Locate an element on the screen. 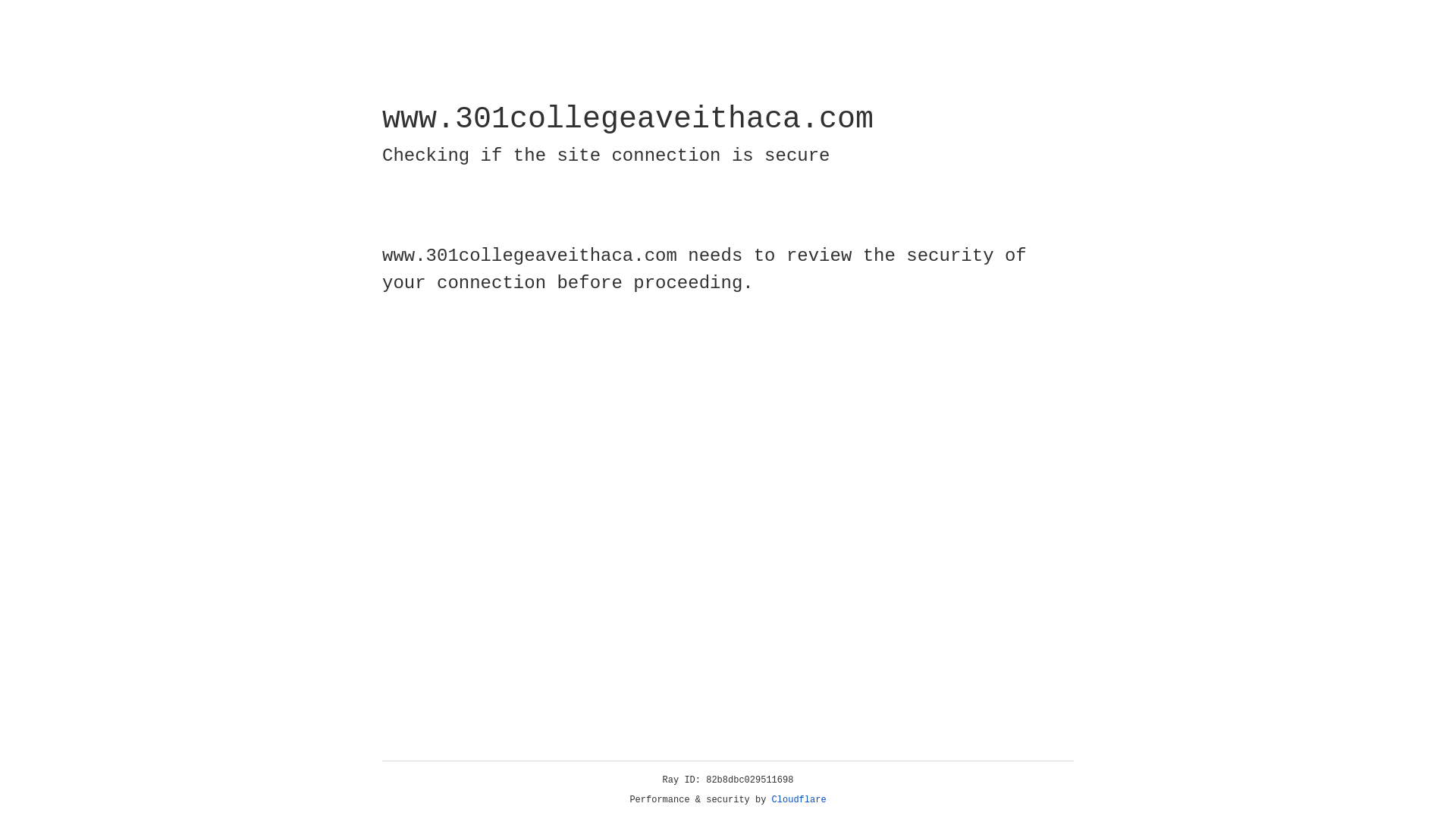  'Cloudflare' is located at coordinates (799, 799).